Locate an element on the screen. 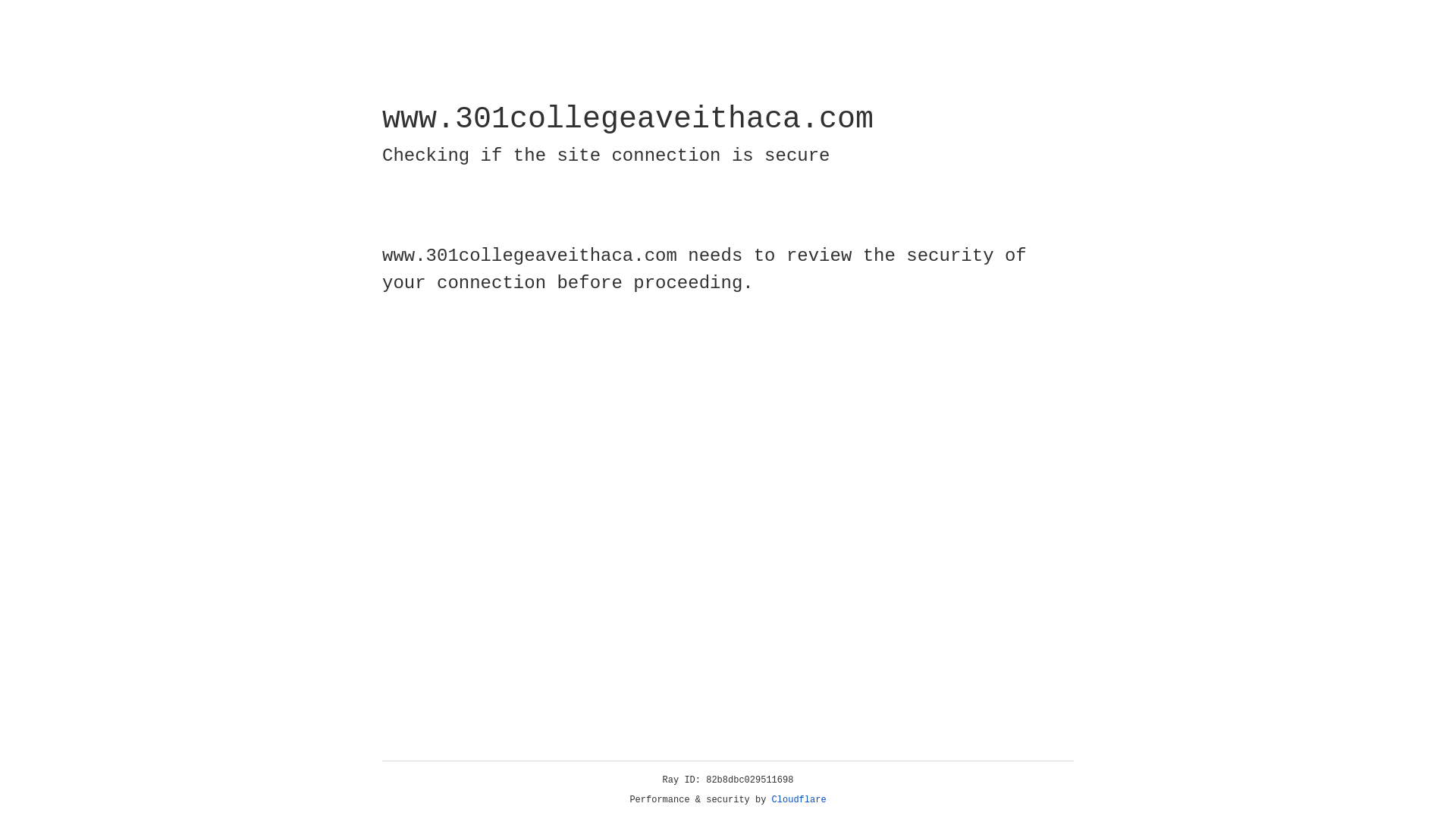  'Cloudflare' is located at coordinates (799, 799).